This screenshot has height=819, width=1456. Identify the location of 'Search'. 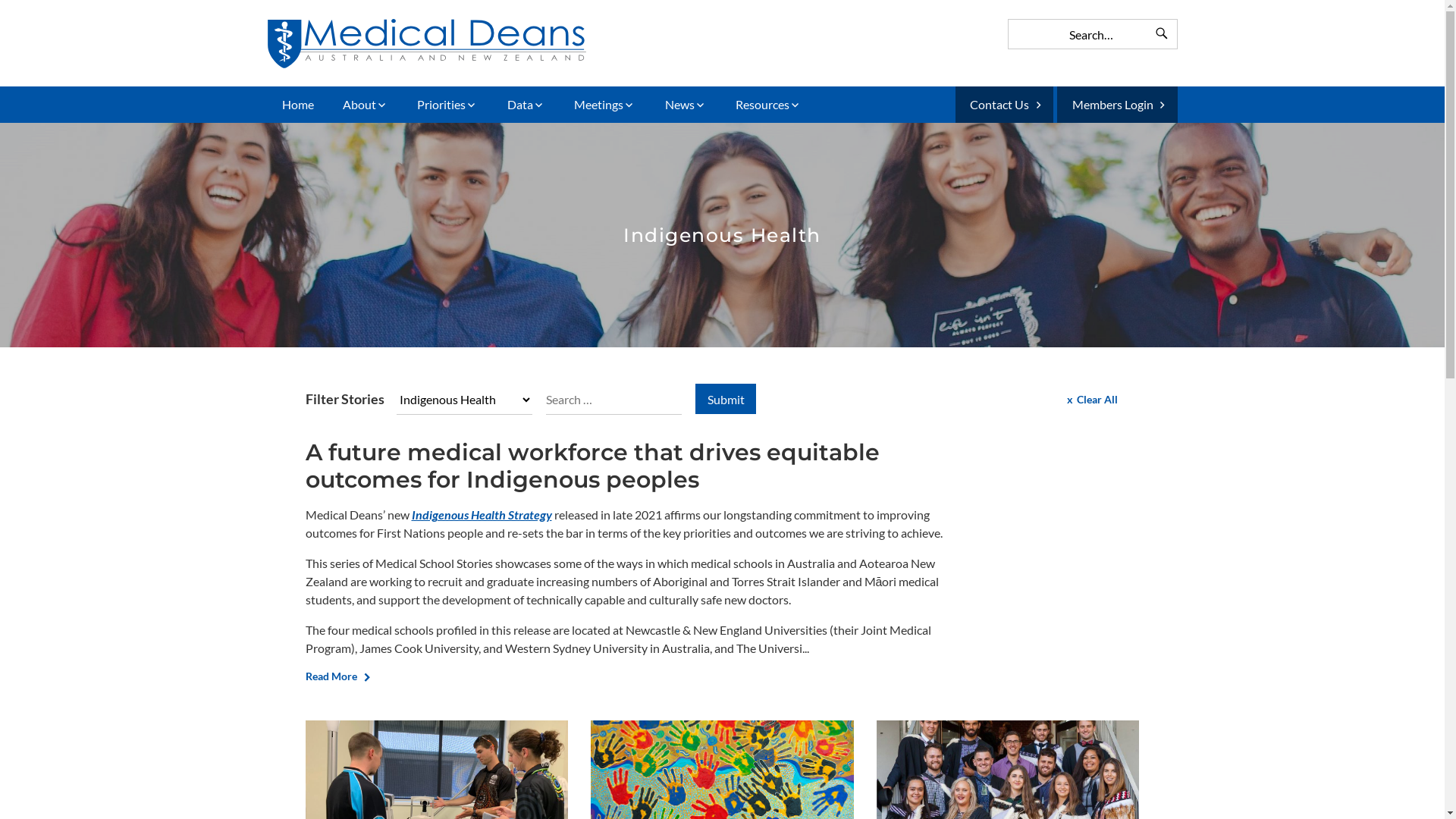
(1160, 34).